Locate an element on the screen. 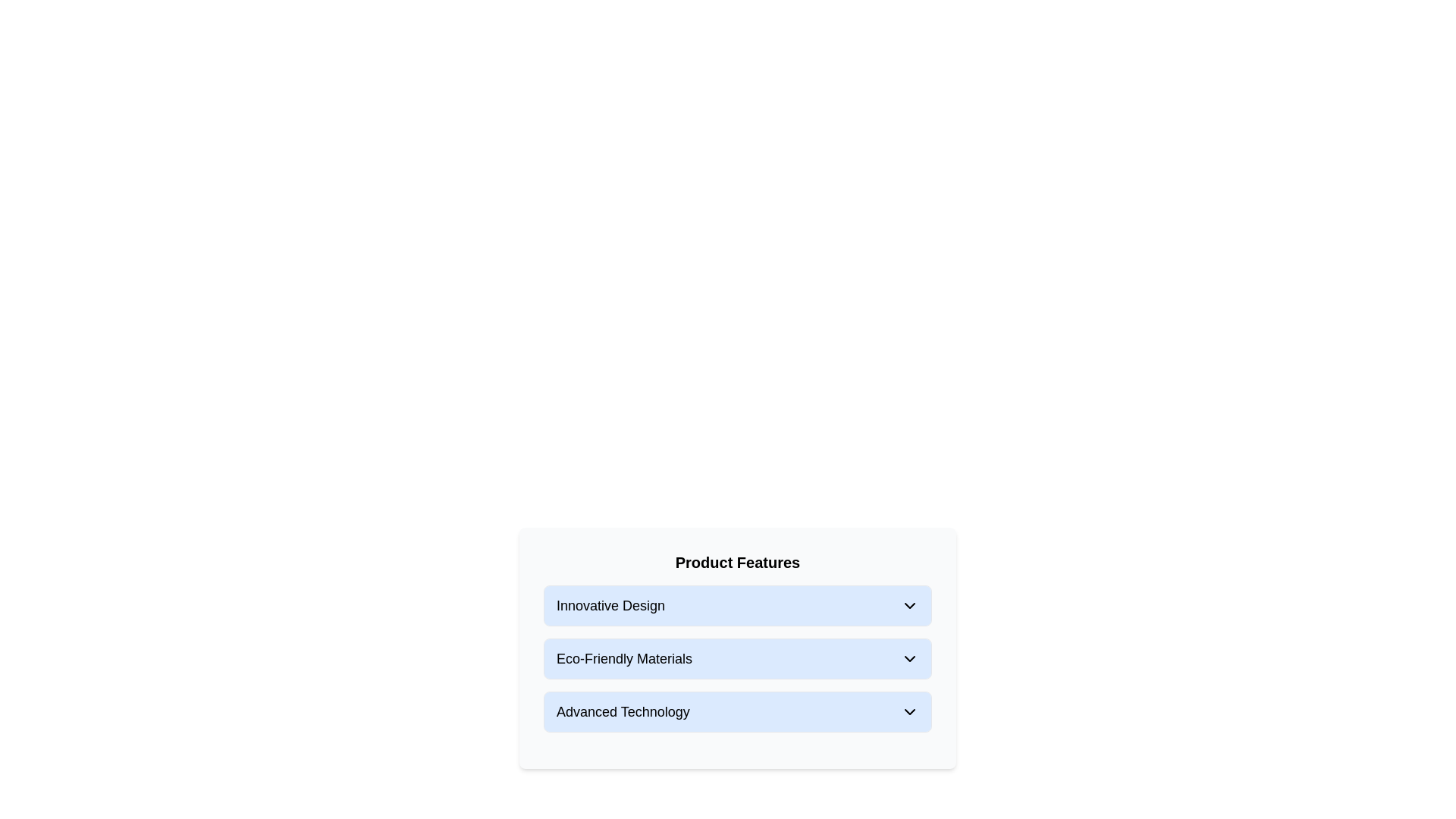  text content of the informative text label located in the third row of a list, positioned between the 'Eco-Friendly Materials' row and the bottom edge of the section is located at coordinates (623, 711).